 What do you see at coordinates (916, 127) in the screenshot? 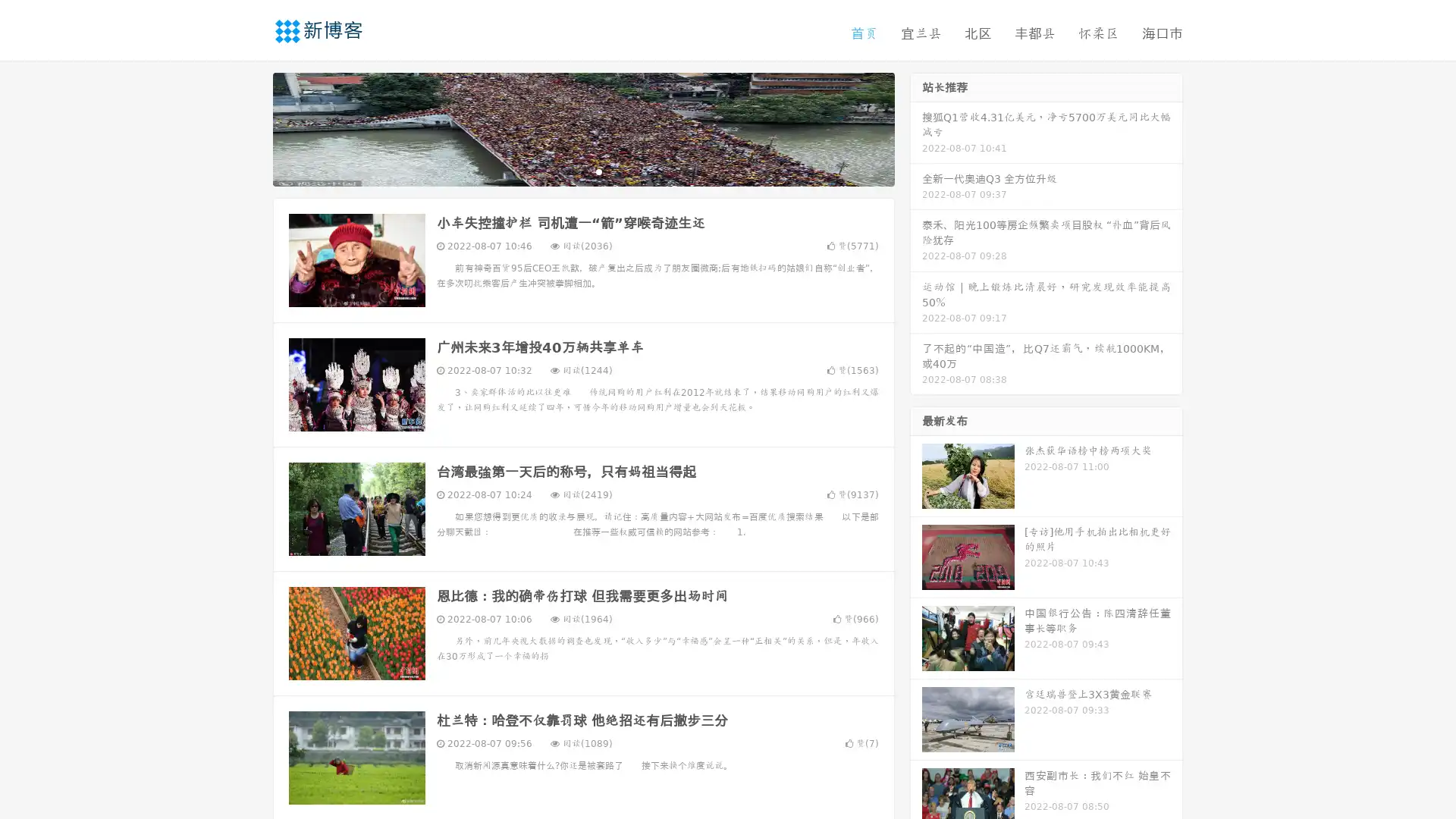
I see `Next slide` at bounding box center [916, 127].